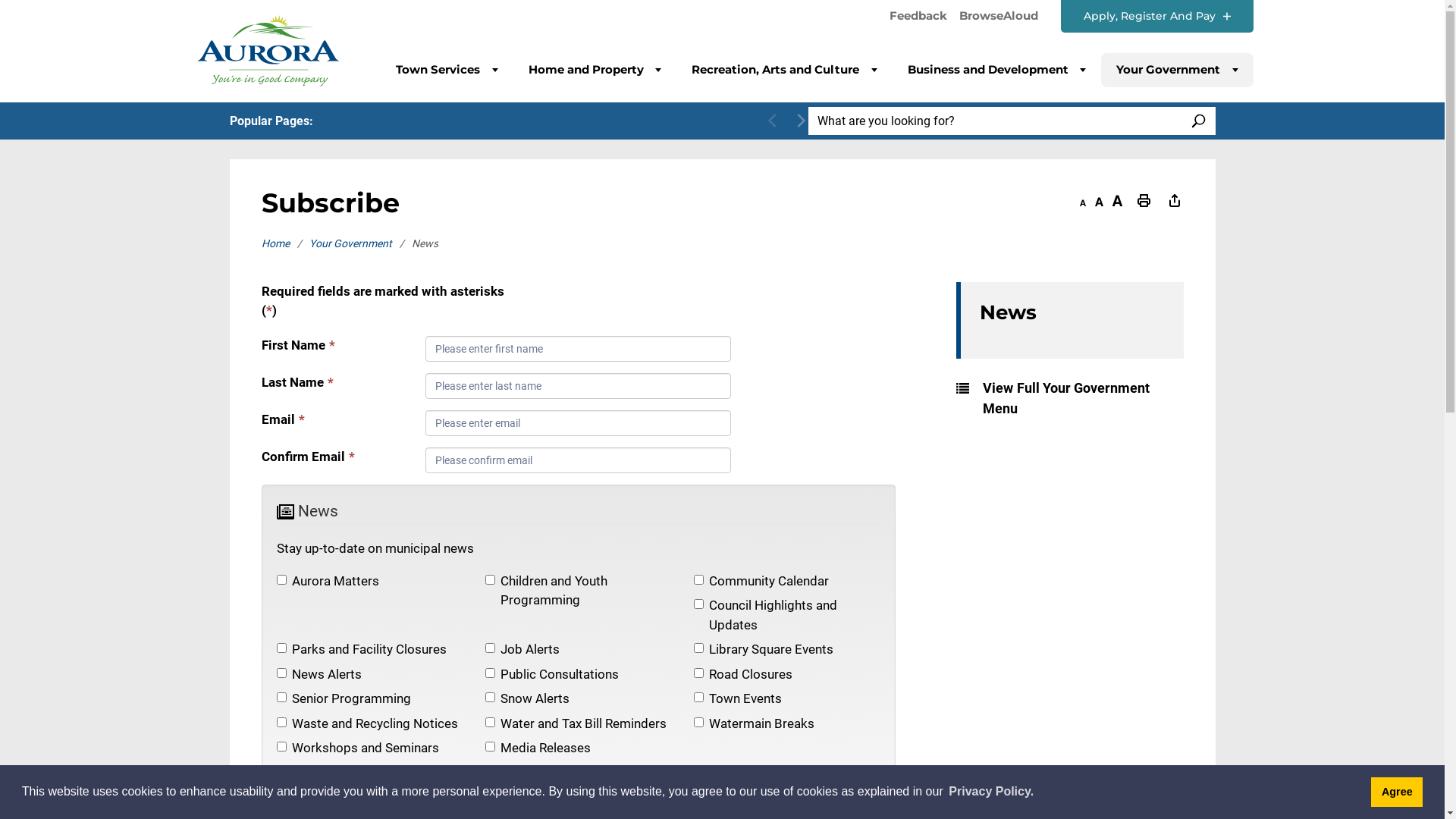 The image size is (1456, 819). Describe the element at coordinates (1072, 319) in the screenshot. I see `'News'` at that location.